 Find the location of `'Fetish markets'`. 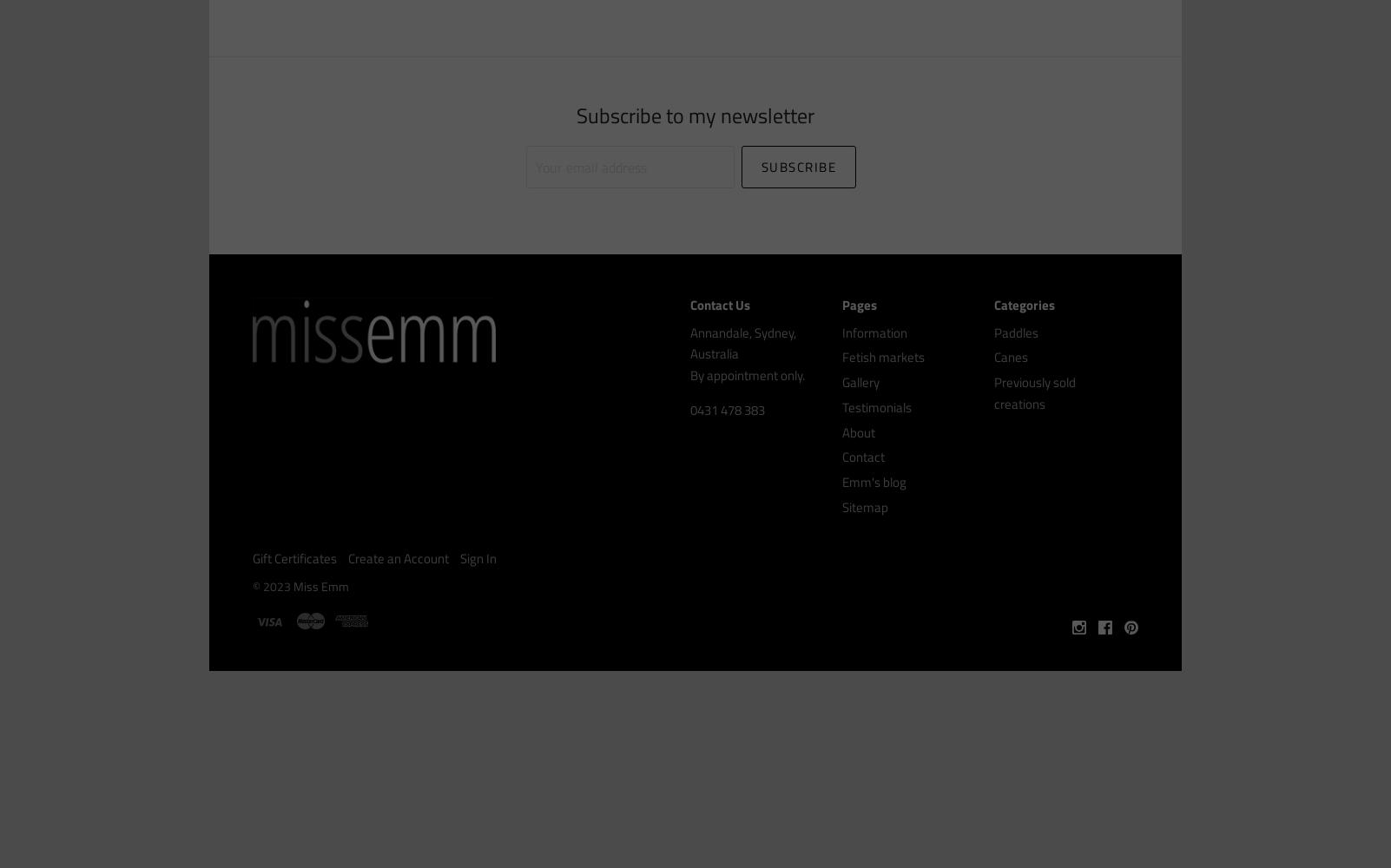

'Fetish markets' is located at coordinates (883, 357).